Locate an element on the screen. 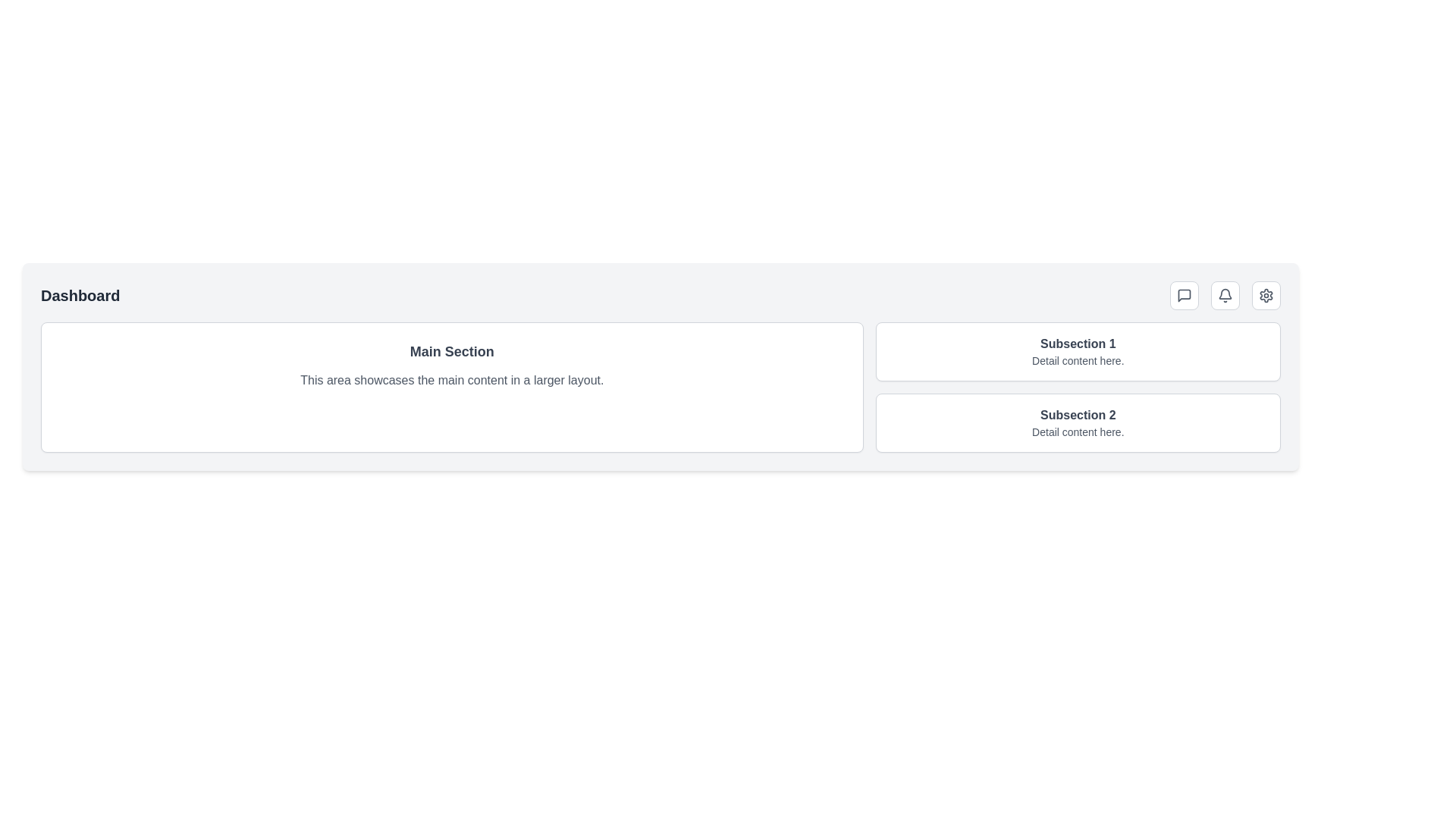  the gear-shaped icon associated with settings, located to the right side of the dashboard header is located at coordinates (1266, 295).